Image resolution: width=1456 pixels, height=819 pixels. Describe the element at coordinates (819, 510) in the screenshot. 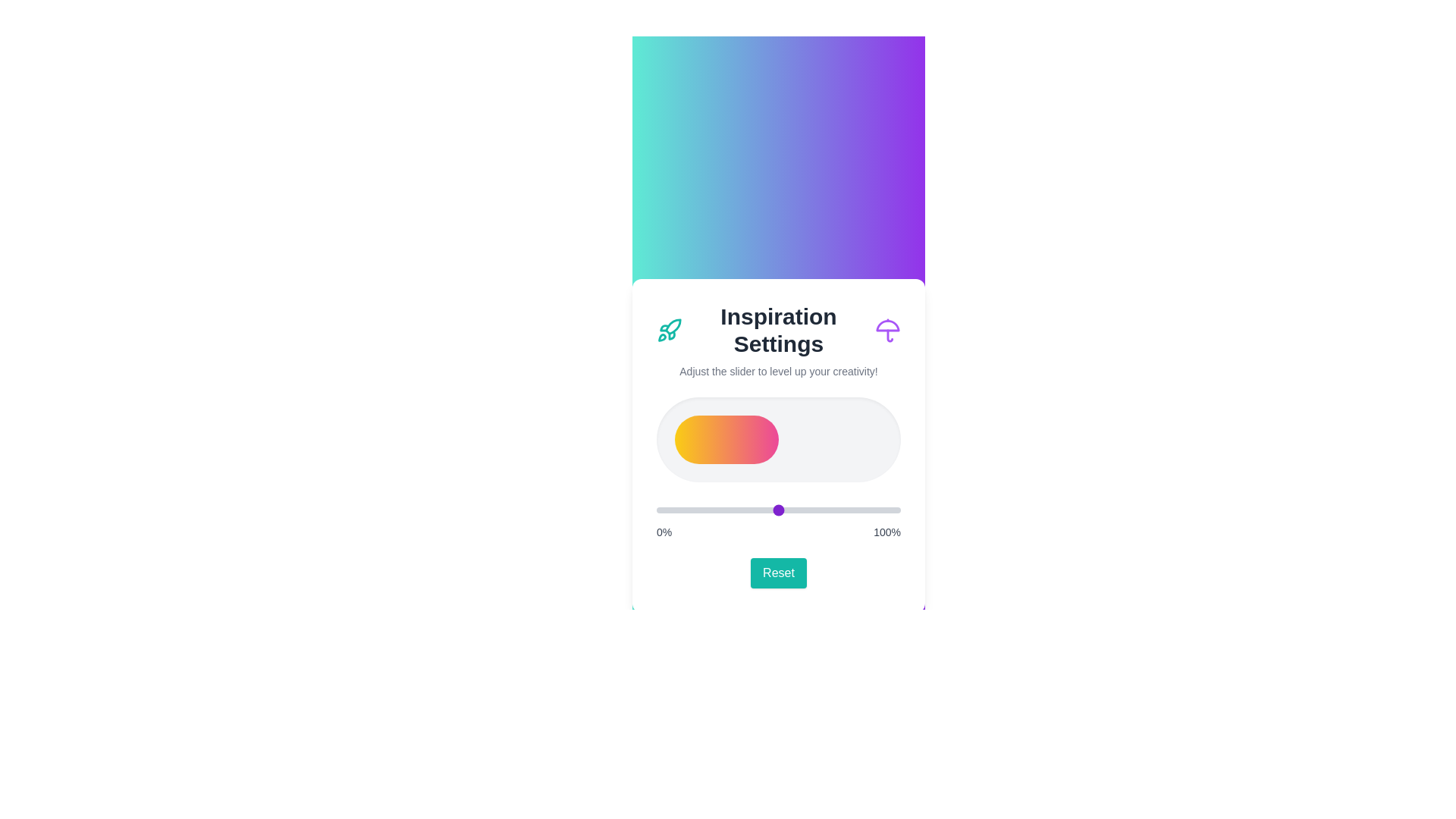

I see `the slider to 67%` at that location.